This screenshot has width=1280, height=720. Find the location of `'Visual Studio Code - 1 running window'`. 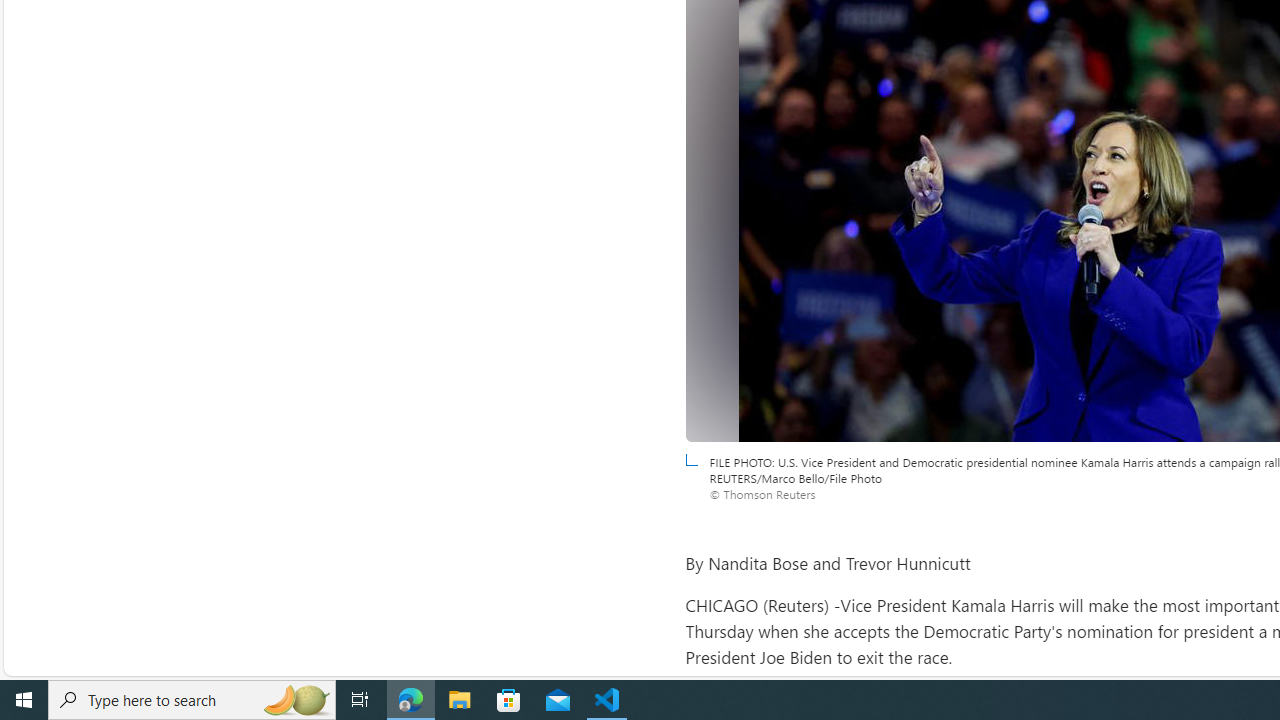

'Visual Studio Code - 1 running window' is located at coordinates (606, 698).